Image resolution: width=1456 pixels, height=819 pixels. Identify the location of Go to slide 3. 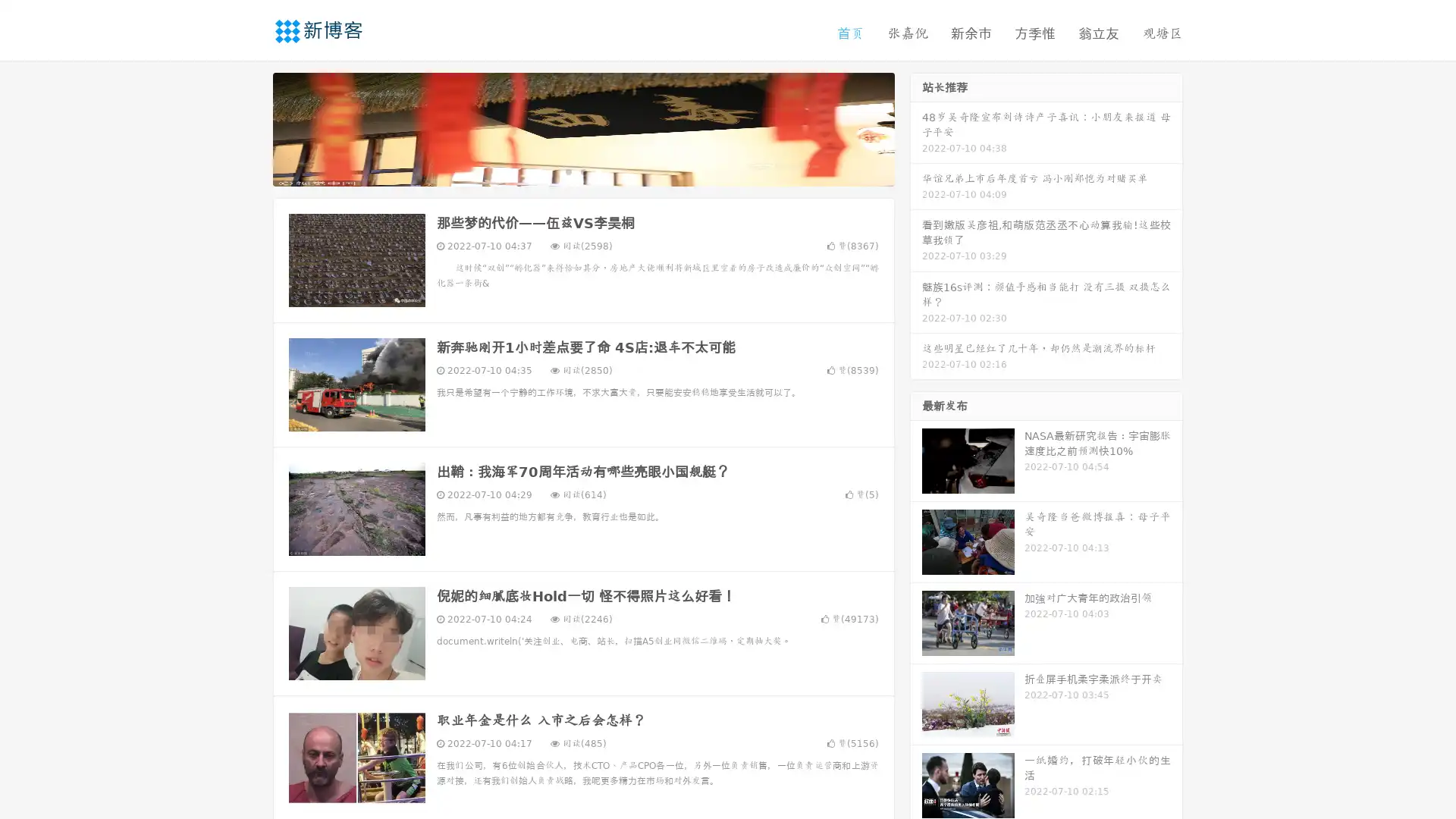
(598, 171).